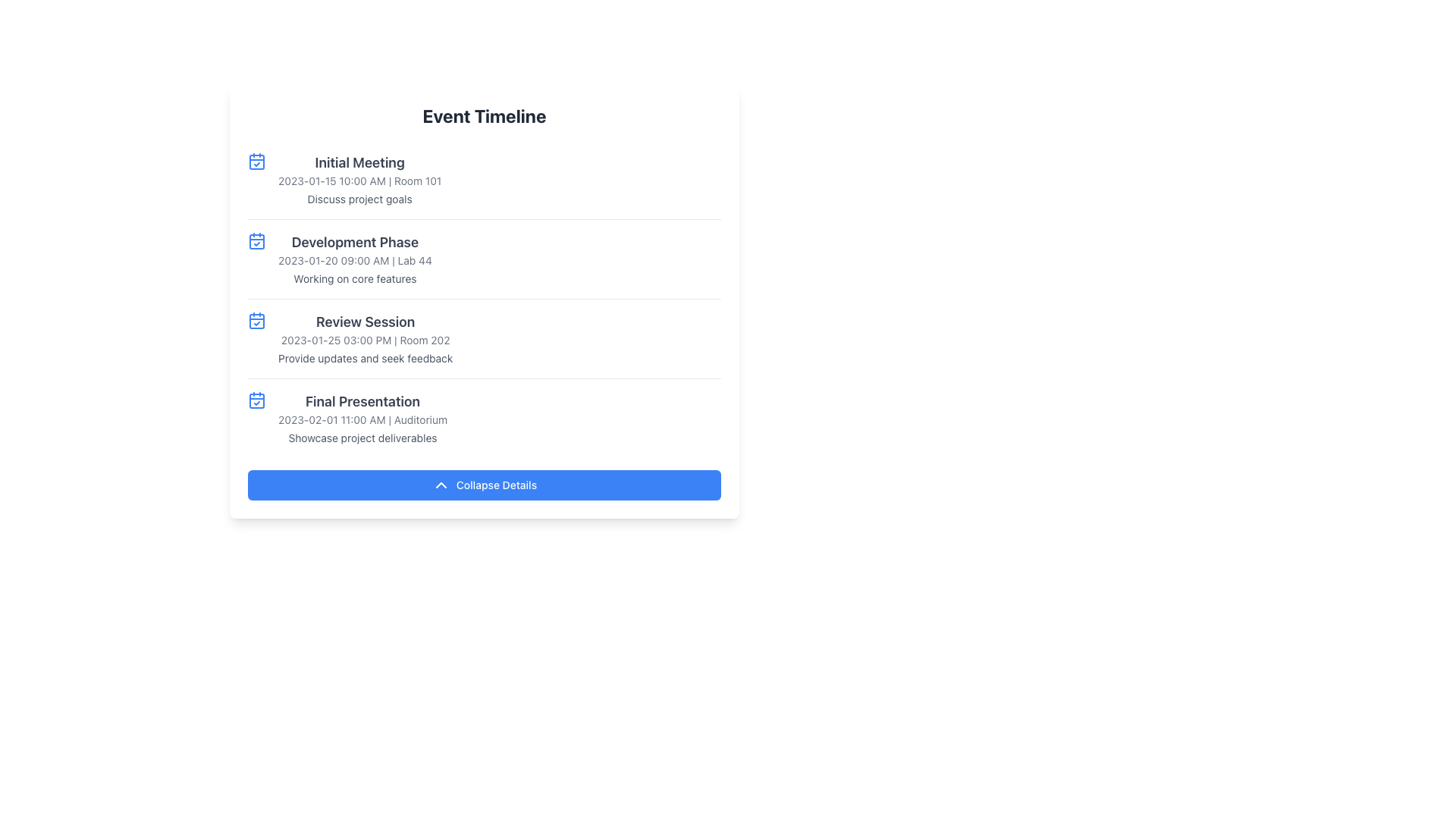 The width and height of the screenshot is (1456, 819). Describe the element at coordinates (257, 320) in the screenshot. I see `the calendar icon with a checkmark in the 'Review Session' section of the 'Event Timeline' list, which is styled with a blue outline and white fill` at that location.